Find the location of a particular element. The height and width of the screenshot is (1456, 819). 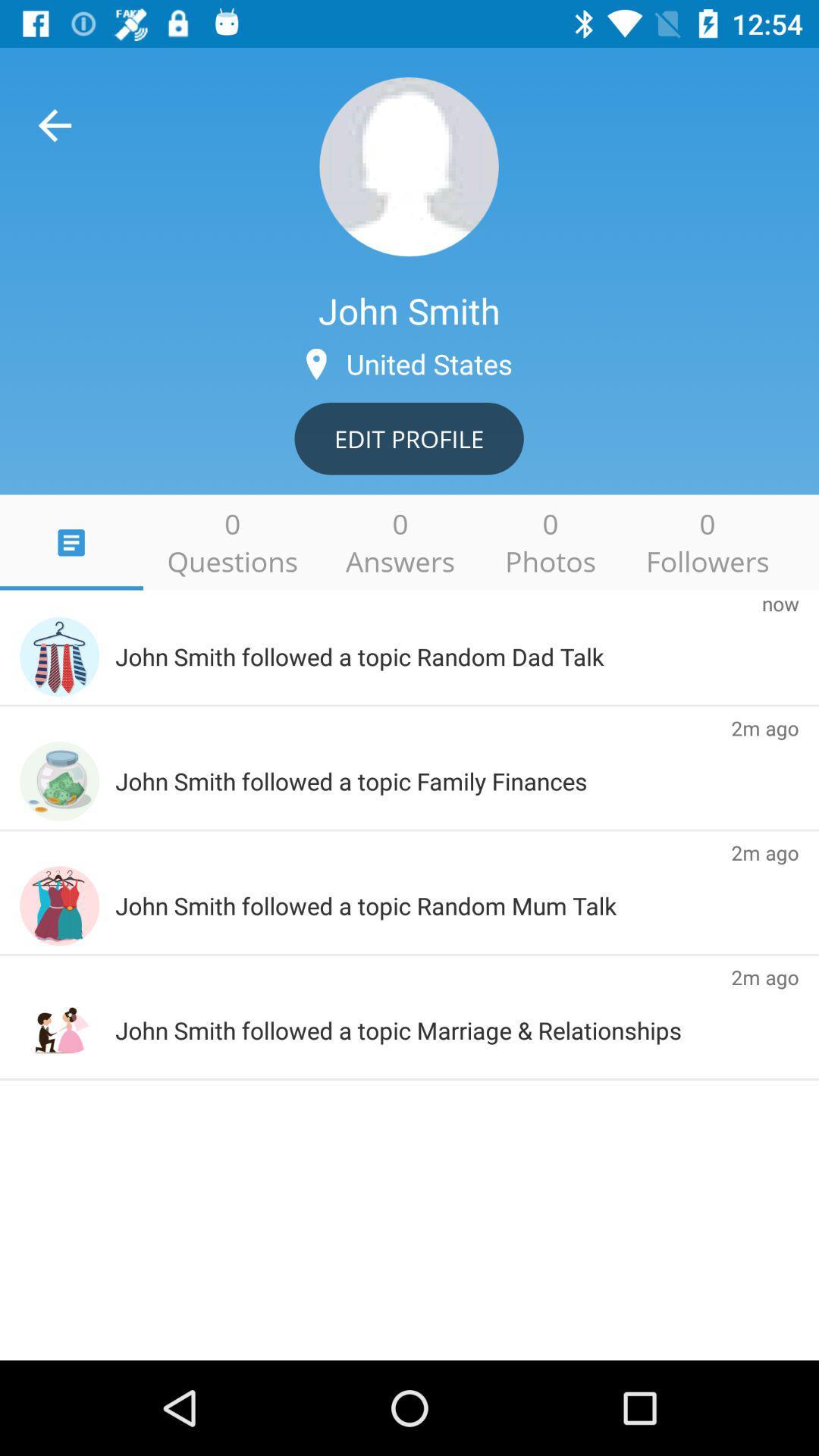

the item below united states is located at coordinates (408, 438).